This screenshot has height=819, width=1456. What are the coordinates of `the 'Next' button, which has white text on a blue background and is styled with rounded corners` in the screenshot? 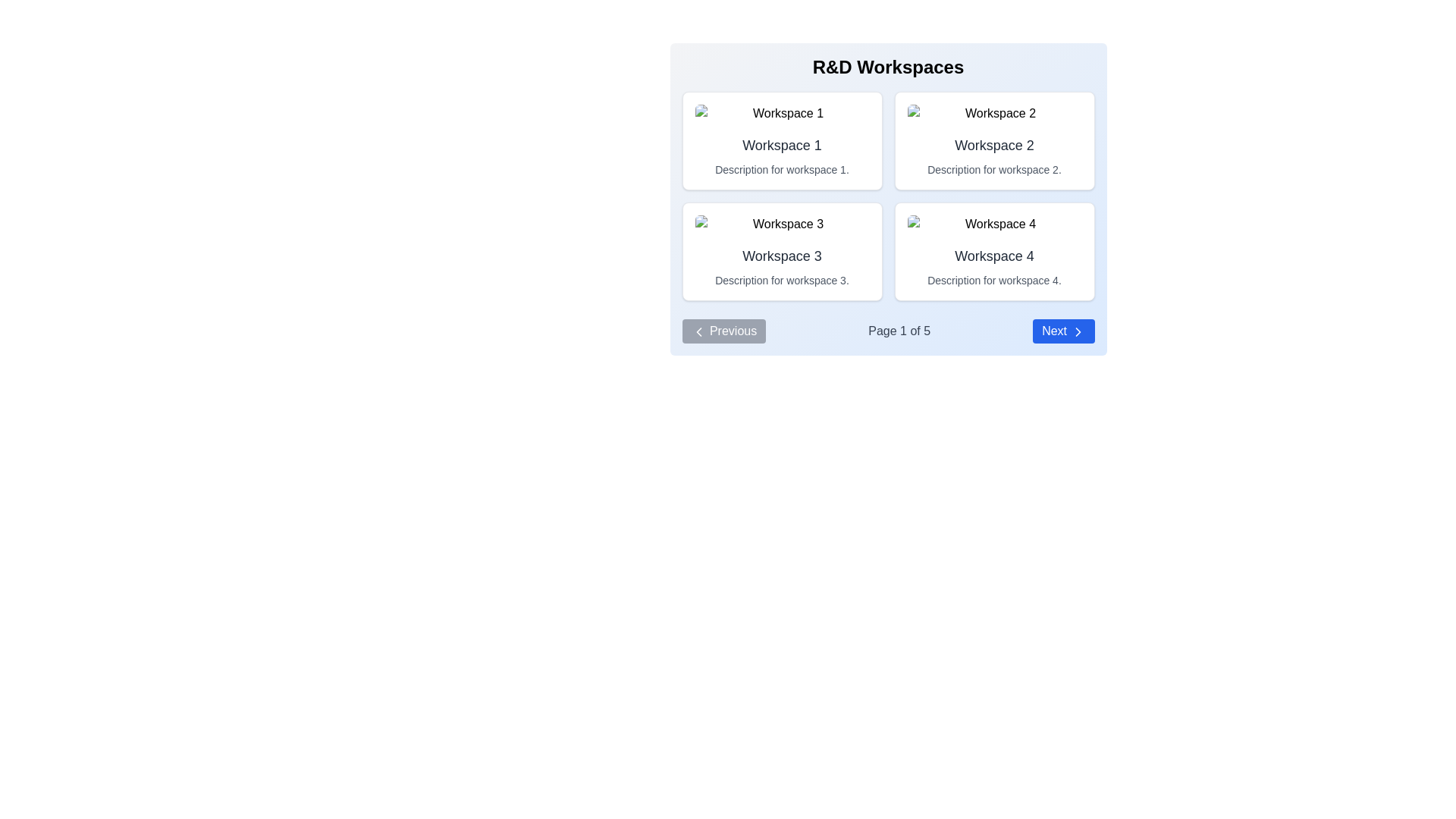 It's located at (1062, 330).